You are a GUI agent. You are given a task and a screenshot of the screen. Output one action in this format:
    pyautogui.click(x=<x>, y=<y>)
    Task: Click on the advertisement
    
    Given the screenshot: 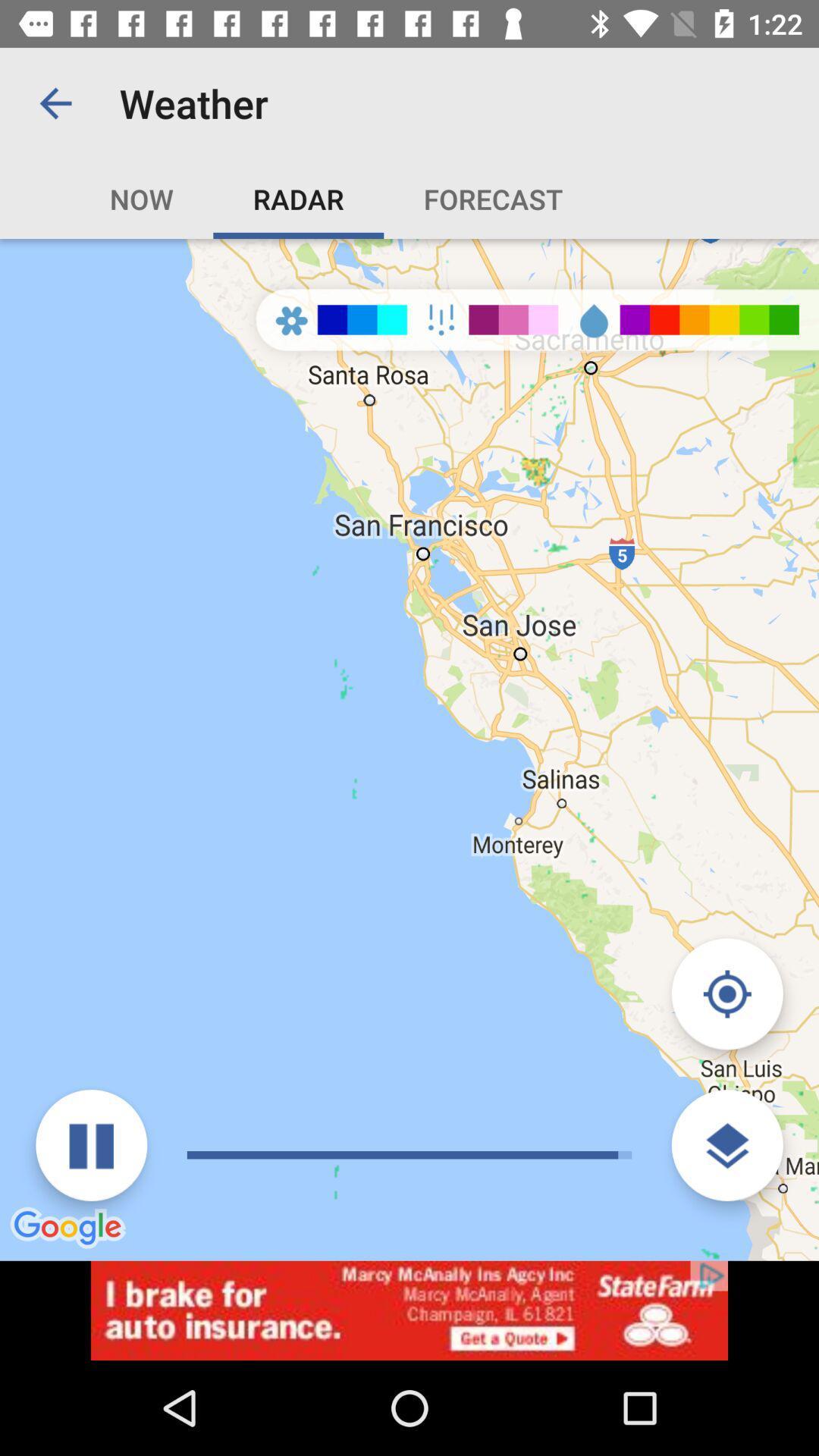 What is the action you would take?
    pyautogui.click(x=409, y=1310)
    